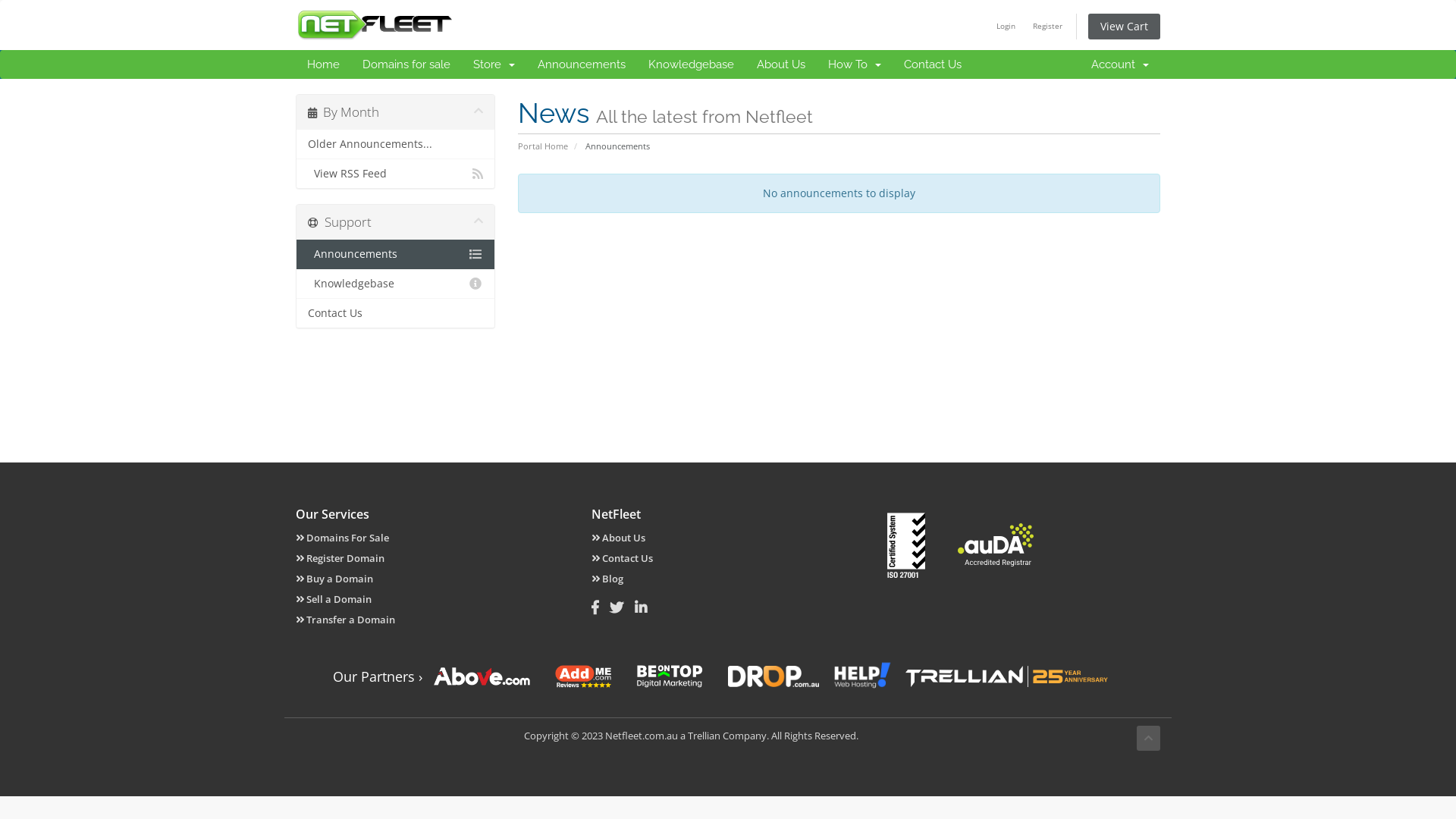 This screenshot has width=1456, height=819. What do you see at coordinates (295, 537) in the screenshot?
I see `'Domains For Sale'` at bounding box center [295, 537].